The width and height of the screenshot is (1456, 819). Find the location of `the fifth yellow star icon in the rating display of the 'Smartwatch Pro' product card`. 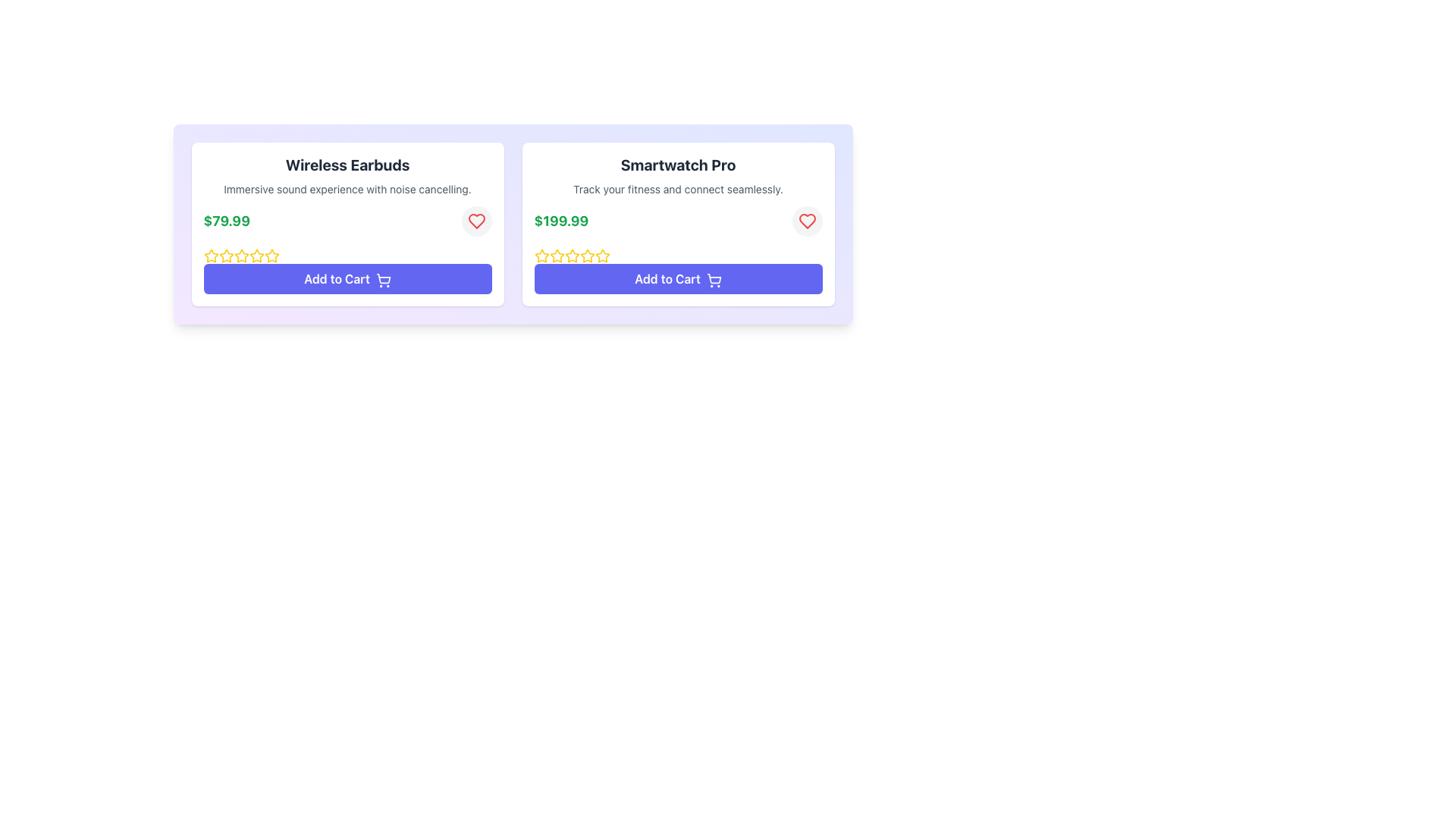

the fifth yellow star icon in the rating display of the 'Smartwatch Pro' product card is located at coordinates (586, 256).